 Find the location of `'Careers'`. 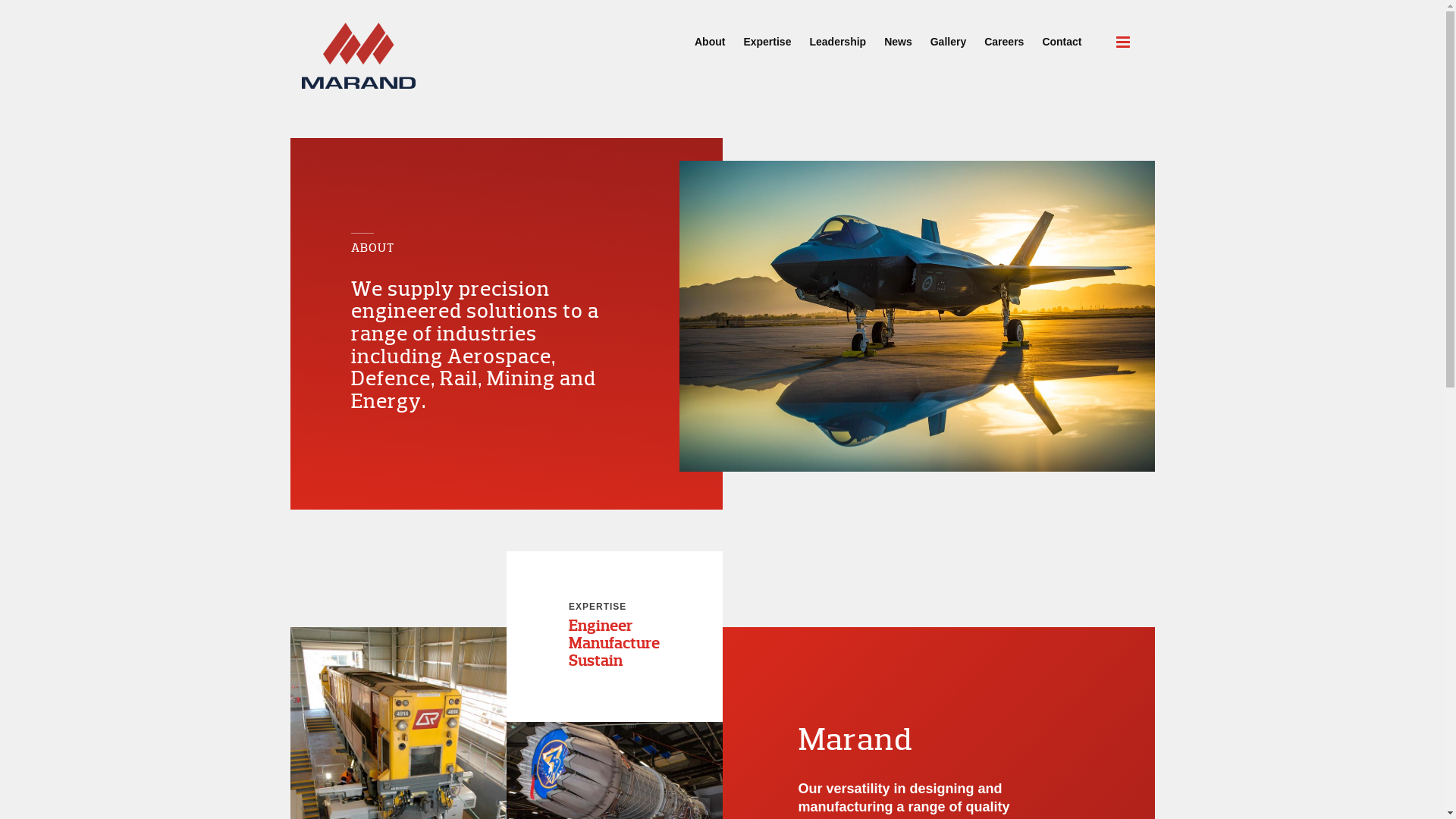

'Careers' is located at coordinates (1004, 34).